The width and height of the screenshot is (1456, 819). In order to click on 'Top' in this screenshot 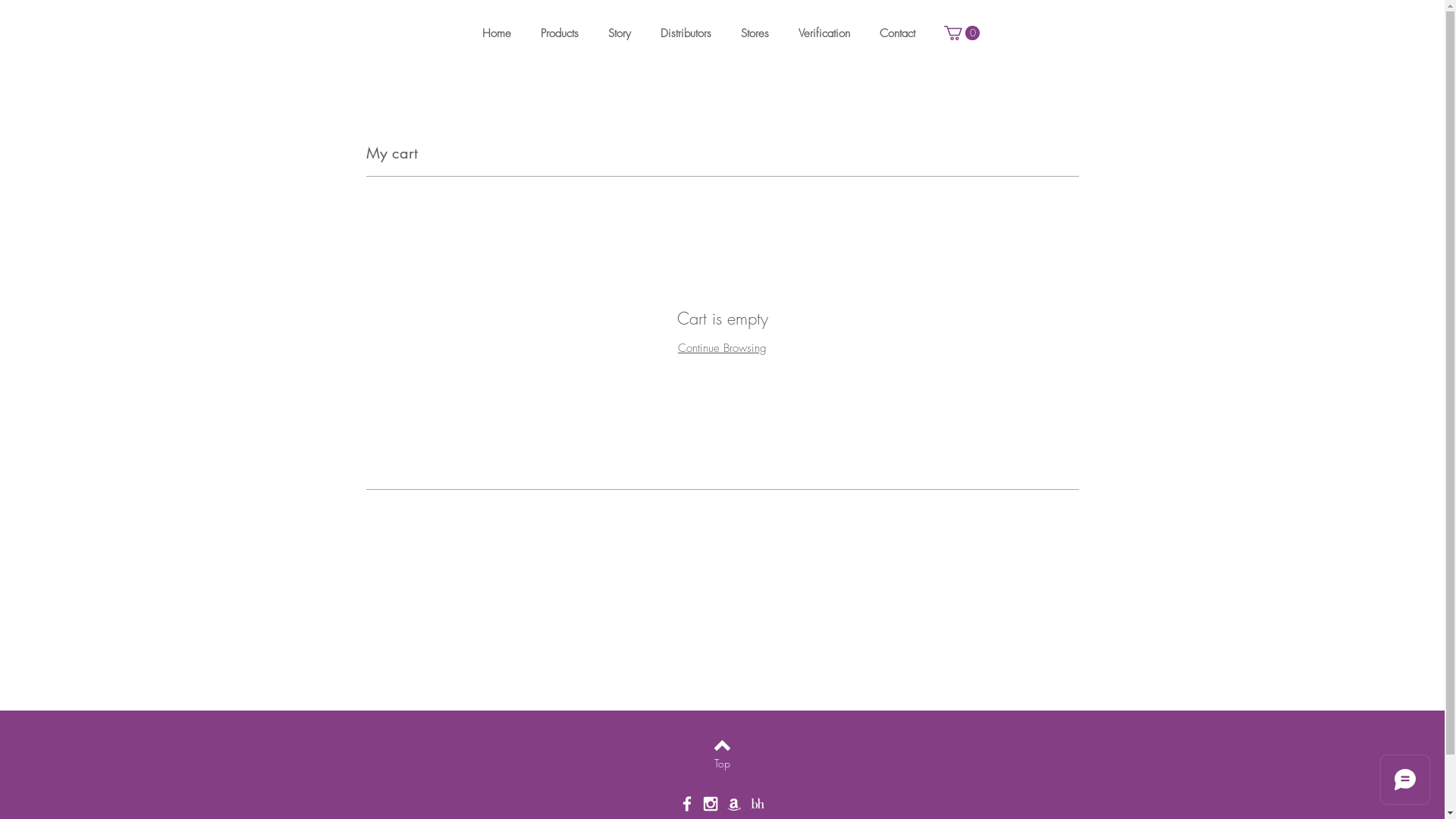, I will do `click(683, 763)`.